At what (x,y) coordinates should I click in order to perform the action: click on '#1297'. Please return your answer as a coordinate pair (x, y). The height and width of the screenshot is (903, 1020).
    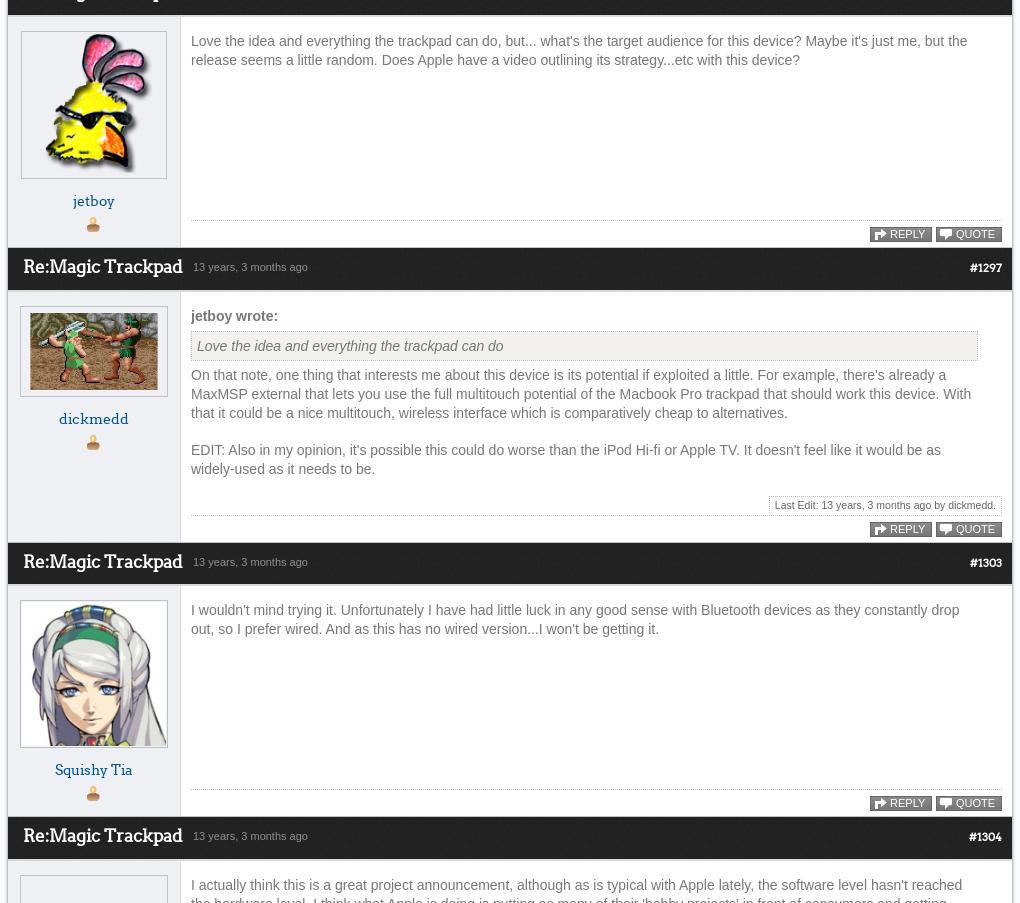
    Looking at the image, I should click on (986, 268).